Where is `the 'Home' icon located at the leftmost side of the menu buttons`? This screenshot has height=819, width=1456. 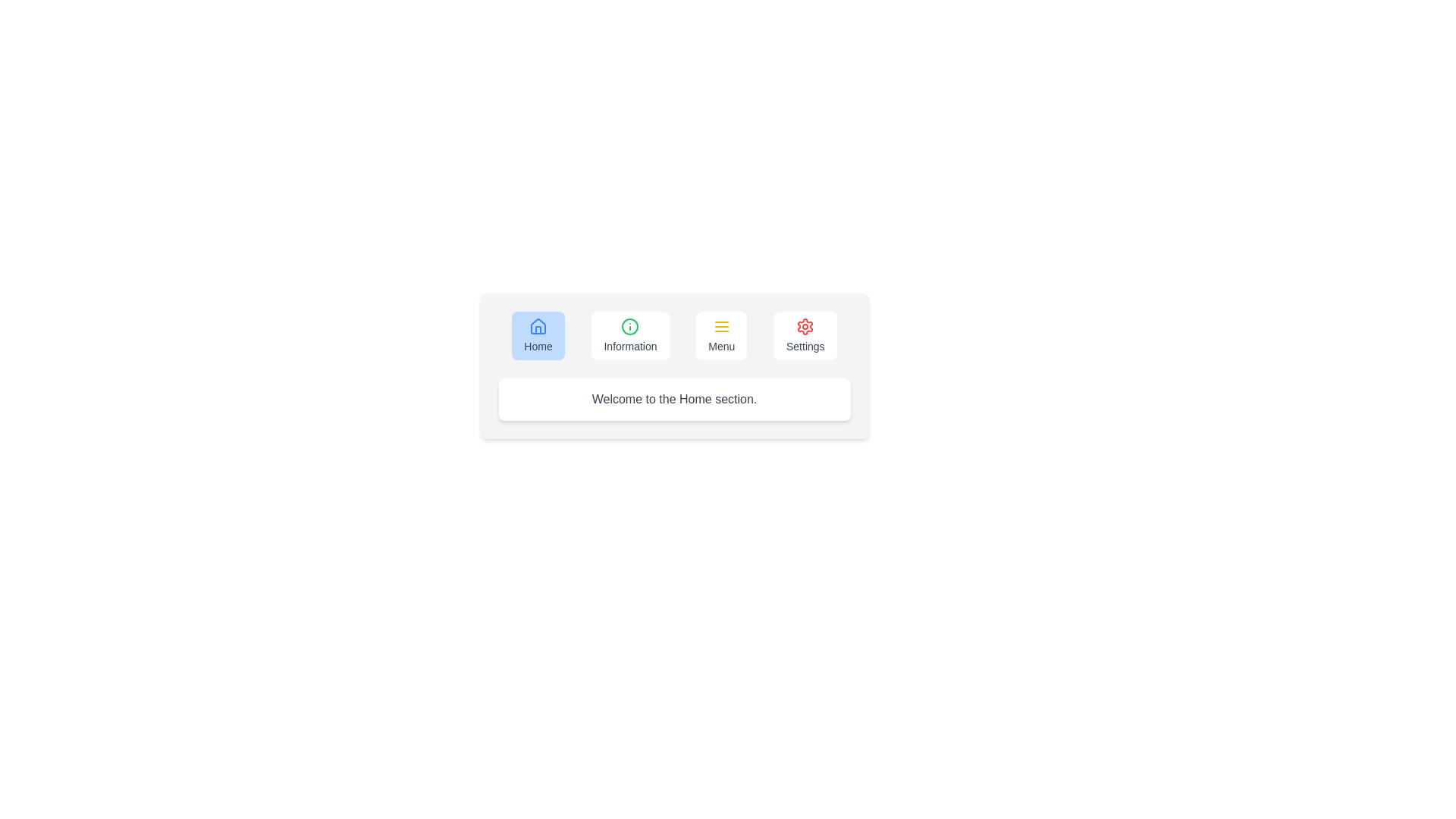
the 'Home' icon located at the leftmost side of the menu buttons is located at coordinates (538, 326).